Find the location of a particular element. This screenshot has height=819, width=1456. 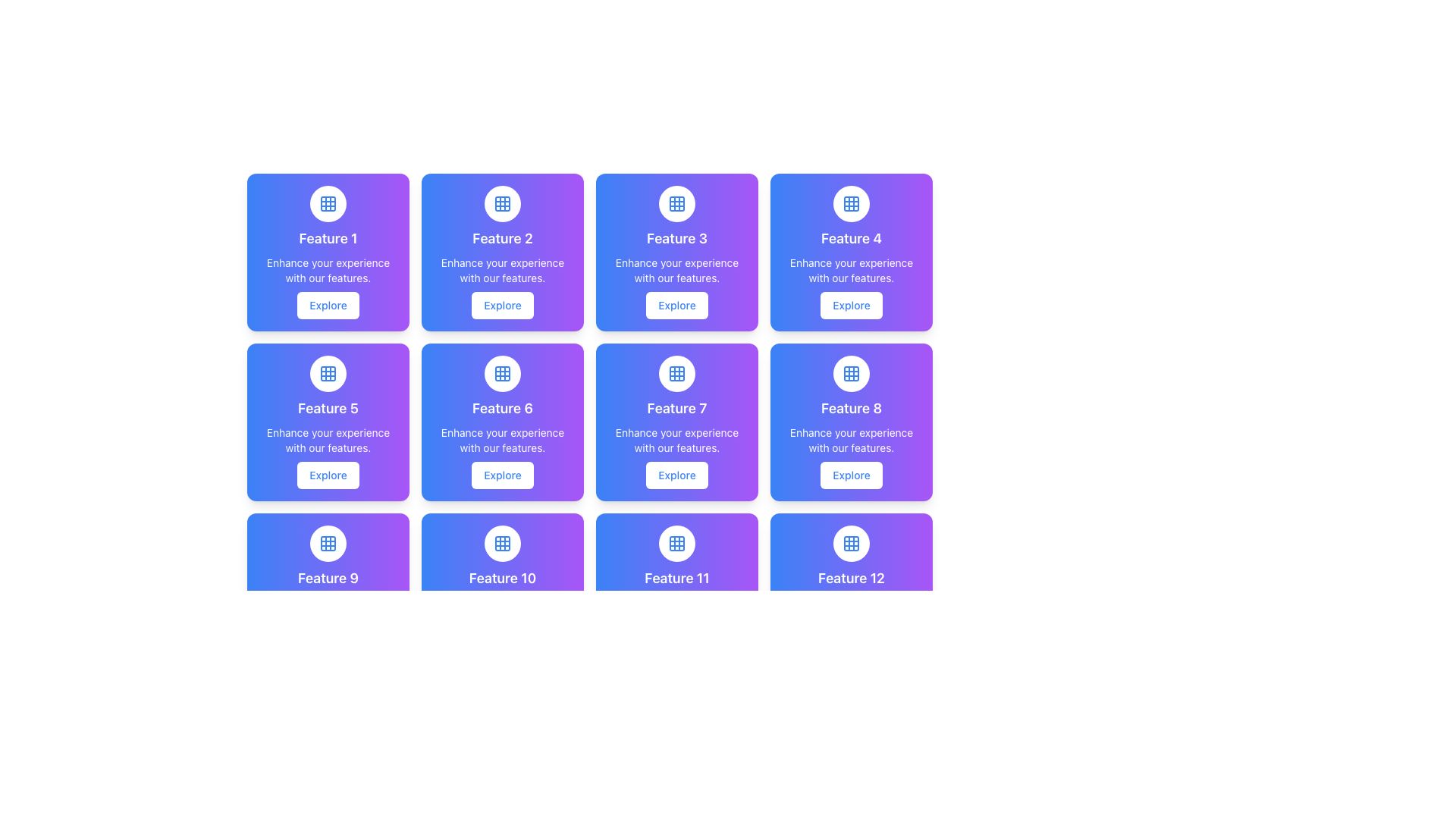

the circular white IconButton with a blue 3x3 grid pattern located in the 'Feature 11' card is located at coordinates (676, 543).